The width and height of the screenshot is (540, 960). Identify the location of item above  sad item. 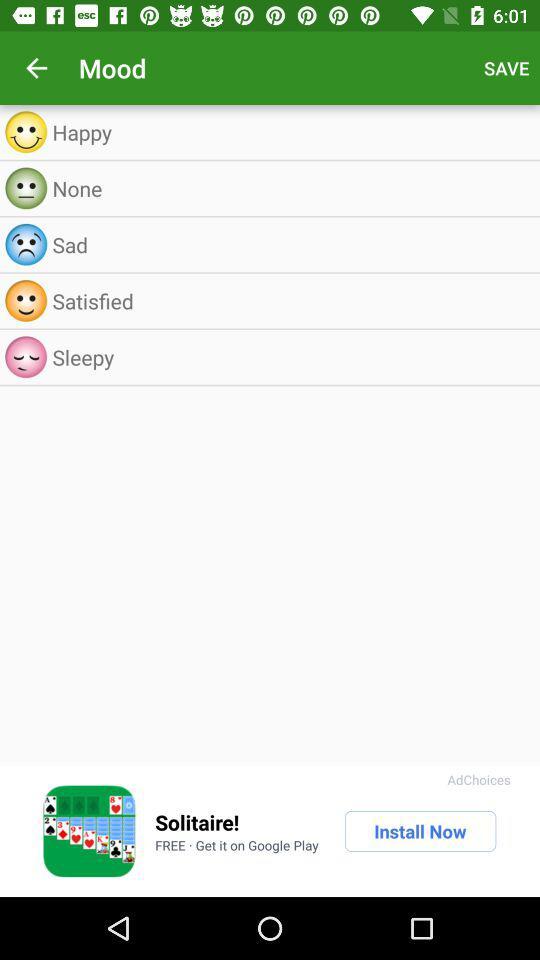
(290, 188).